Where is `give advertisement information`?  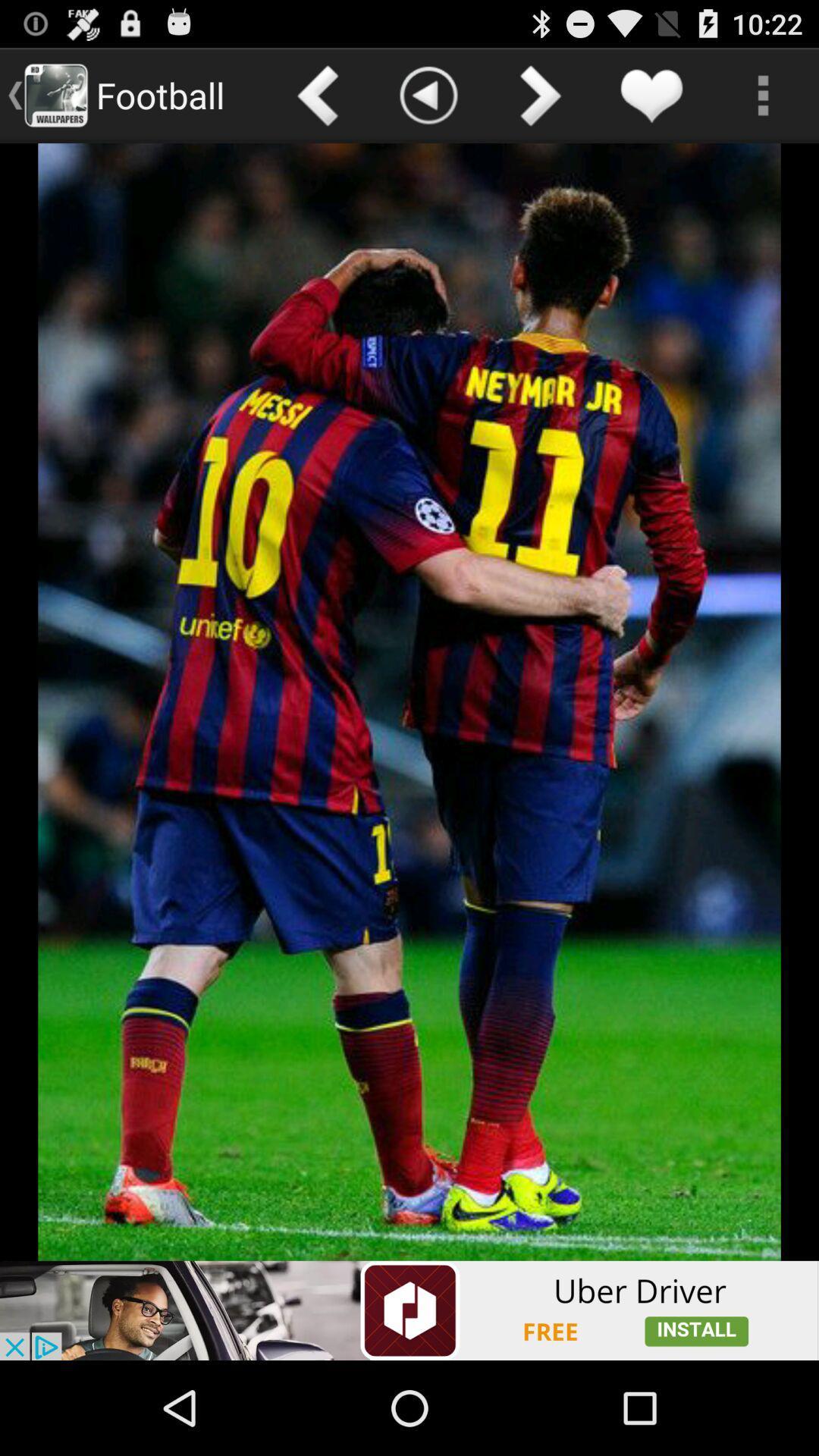
give advertisement information is located at coordinates (409, 1310).